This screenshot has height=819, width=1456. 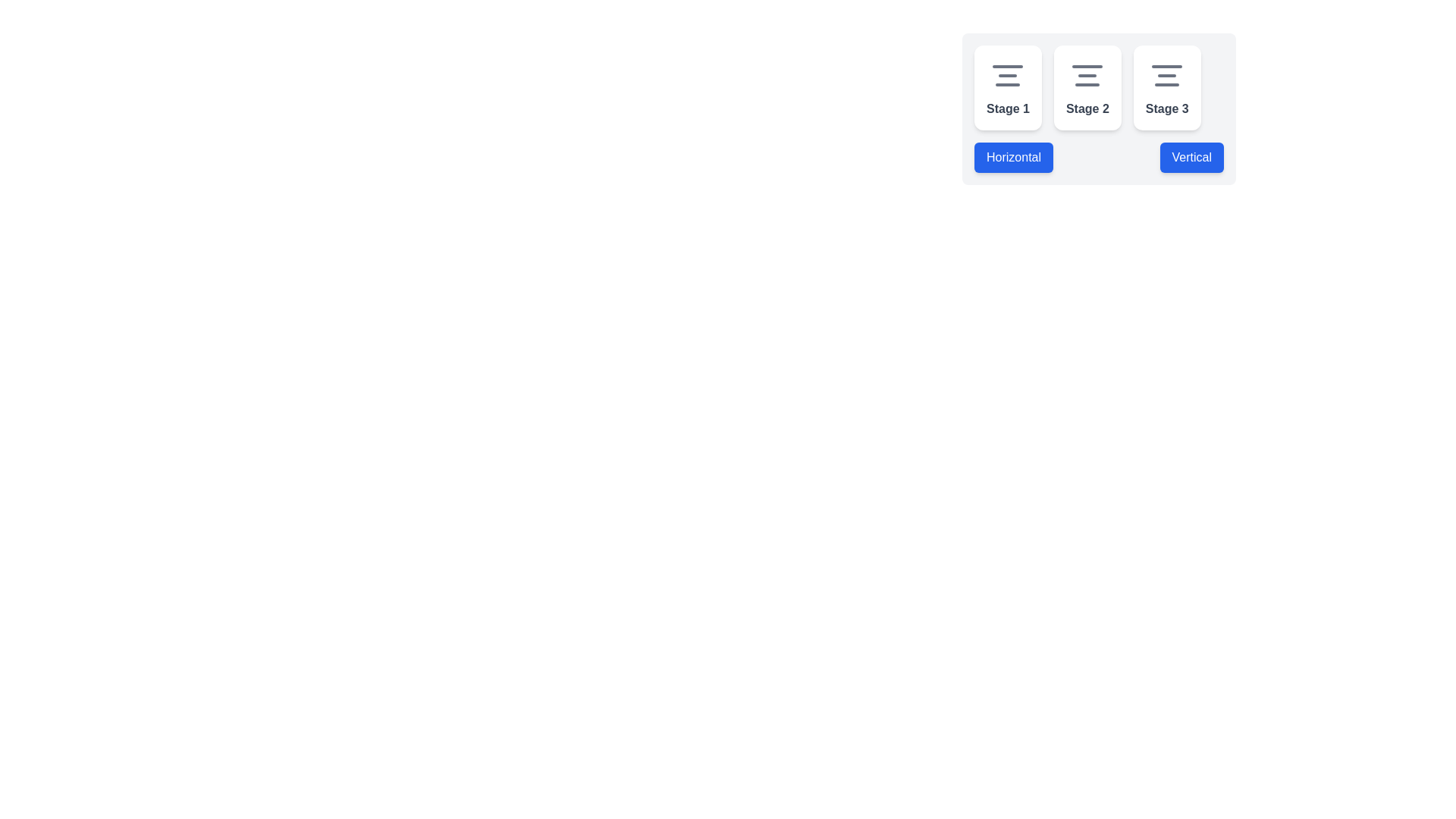 I want to click on the vertically centered SVG graphic icon representing alignment, which features three horizontal lines of varying lengths, located within the white card labeled 'Stage 2', so click(x=1087, y=76).